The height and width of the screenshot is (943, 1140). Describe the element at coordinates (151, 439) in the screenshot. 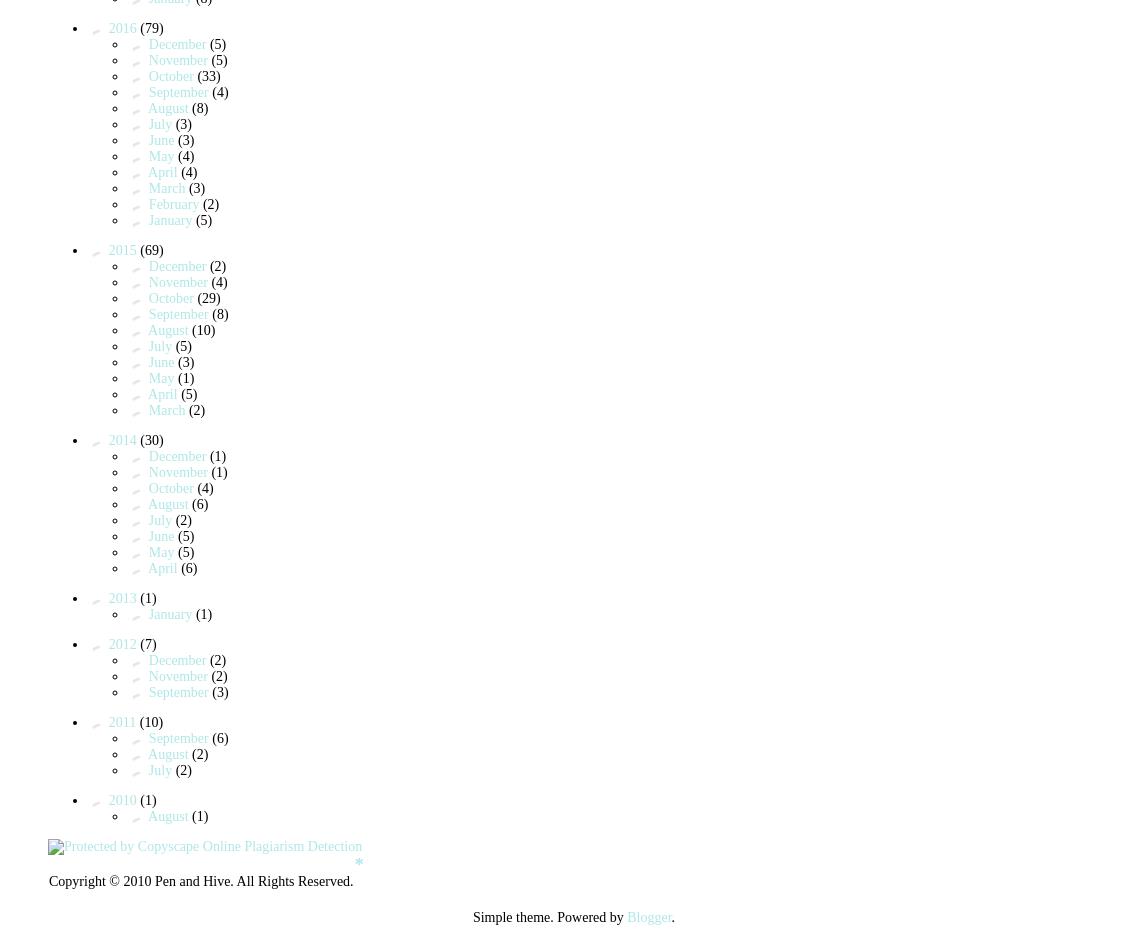

I see `'(30)'` at that location.